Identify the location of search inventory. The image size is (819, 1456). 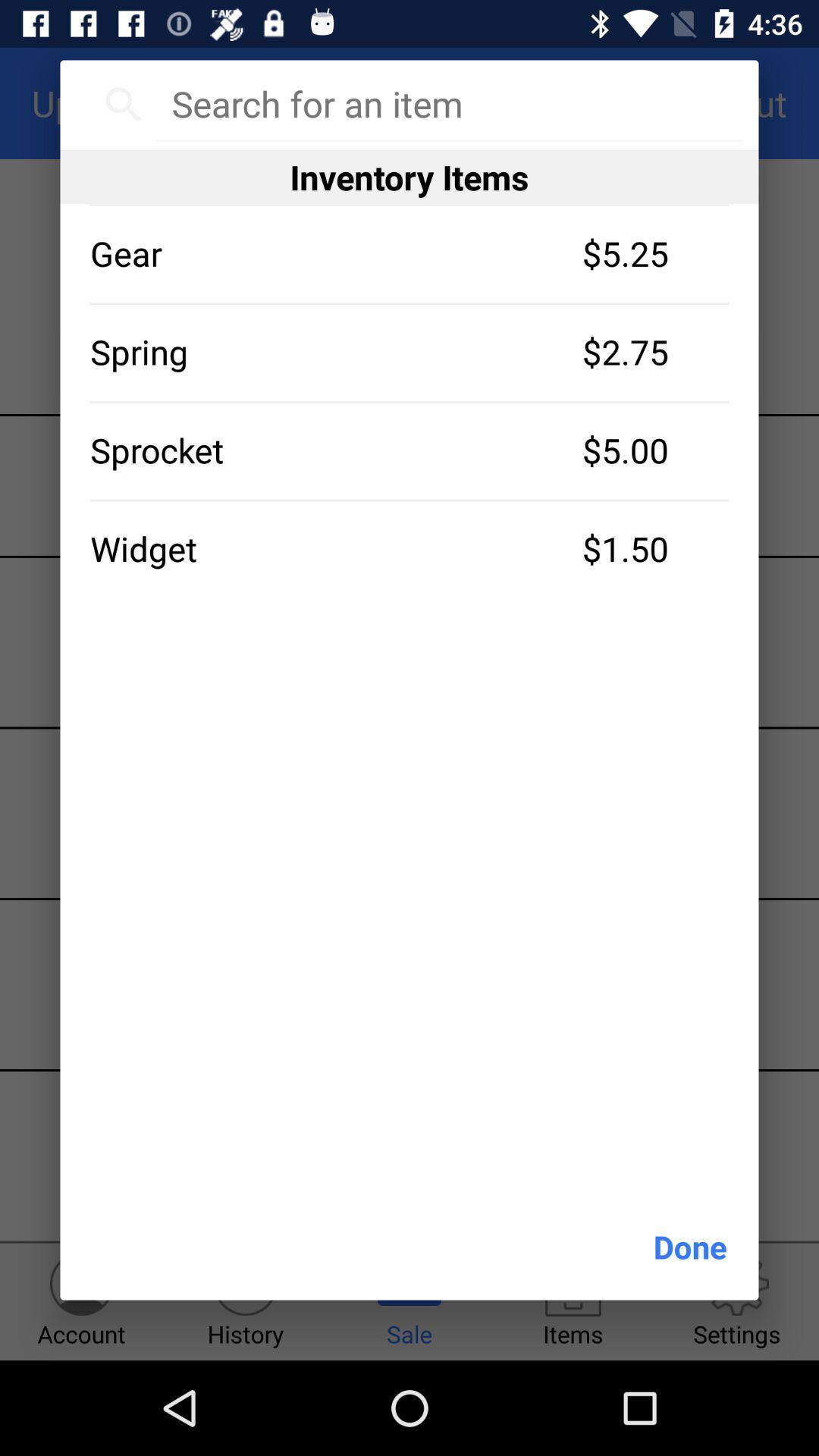
(448, 103).